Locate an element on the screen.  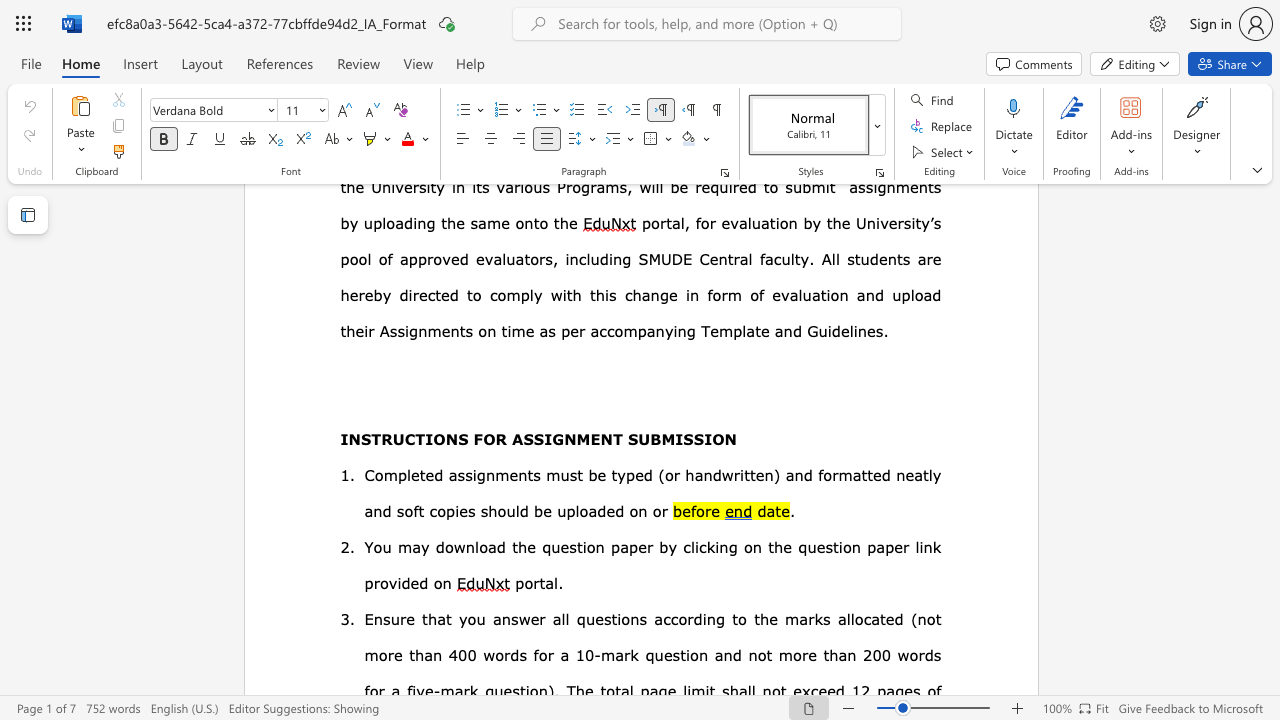
the subset text "hou" within the text "and formatted neatly and soft copies should be uploaded on or" is located at coordinates (488, 509).